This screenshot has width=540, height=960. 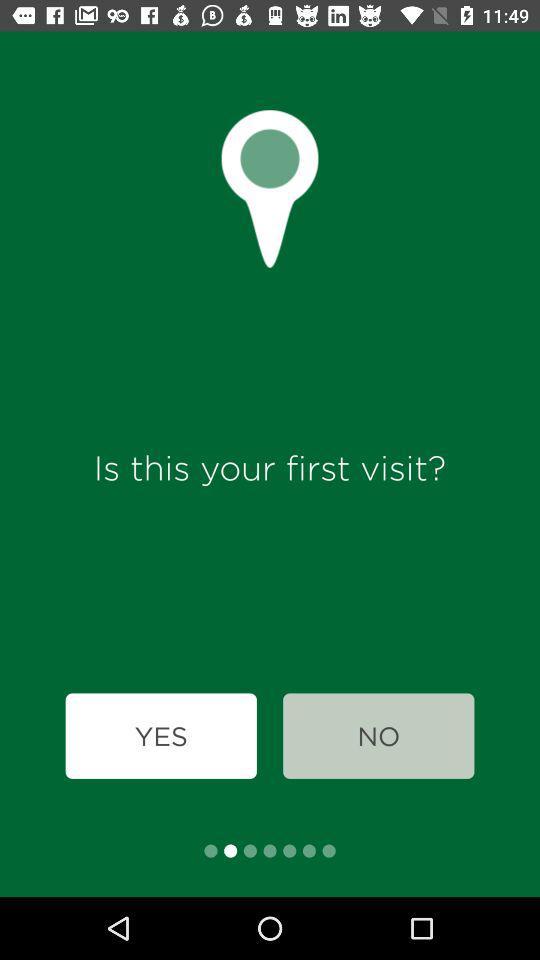 What do you see at coordinates (378, 735) in the screenshot?
I see `the icon below is this your icon` at bounding box center [378, 735].